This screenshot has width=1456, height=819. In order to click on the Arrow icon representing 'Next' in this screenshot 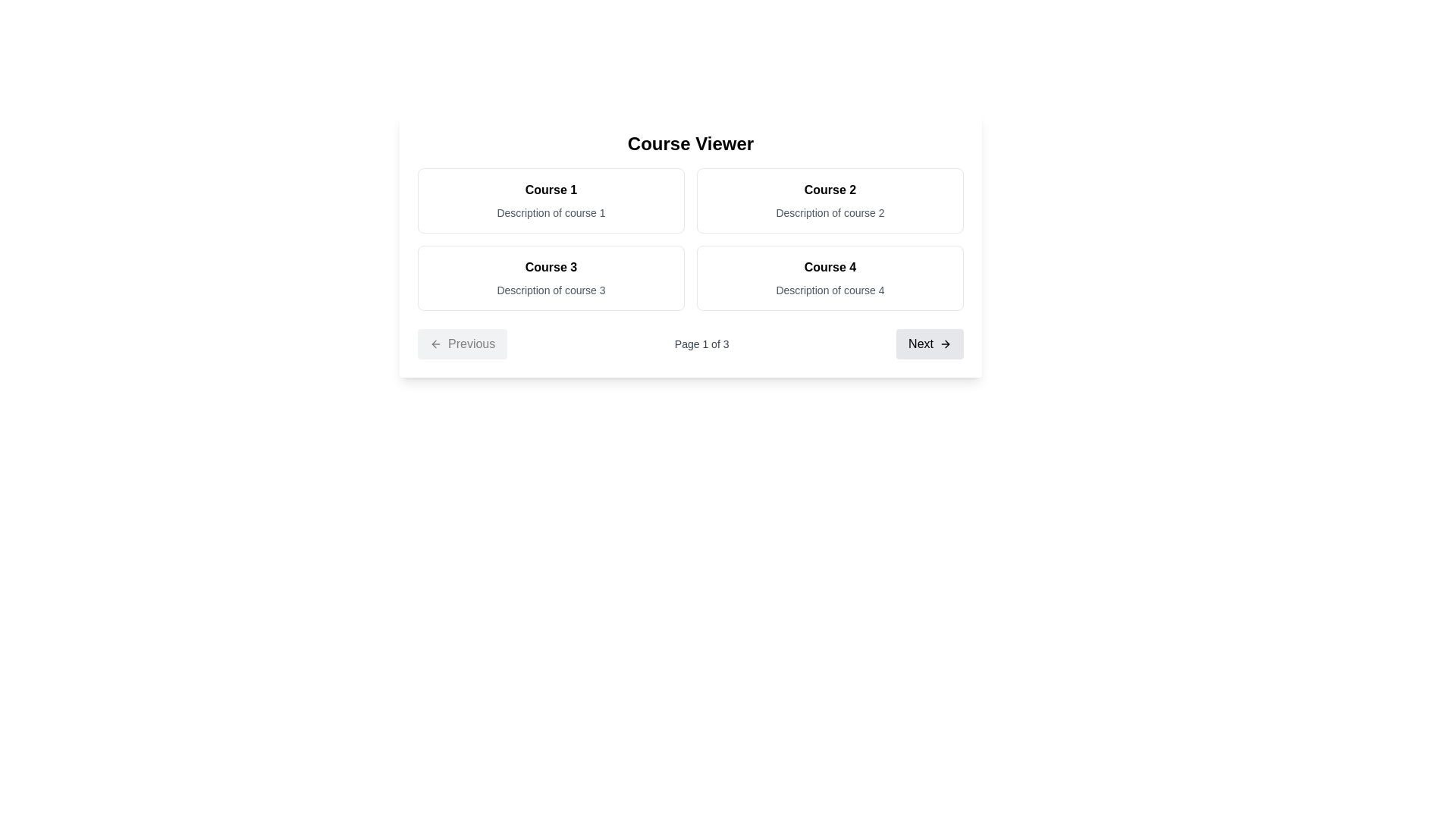, I will do `click(945, 344)`.